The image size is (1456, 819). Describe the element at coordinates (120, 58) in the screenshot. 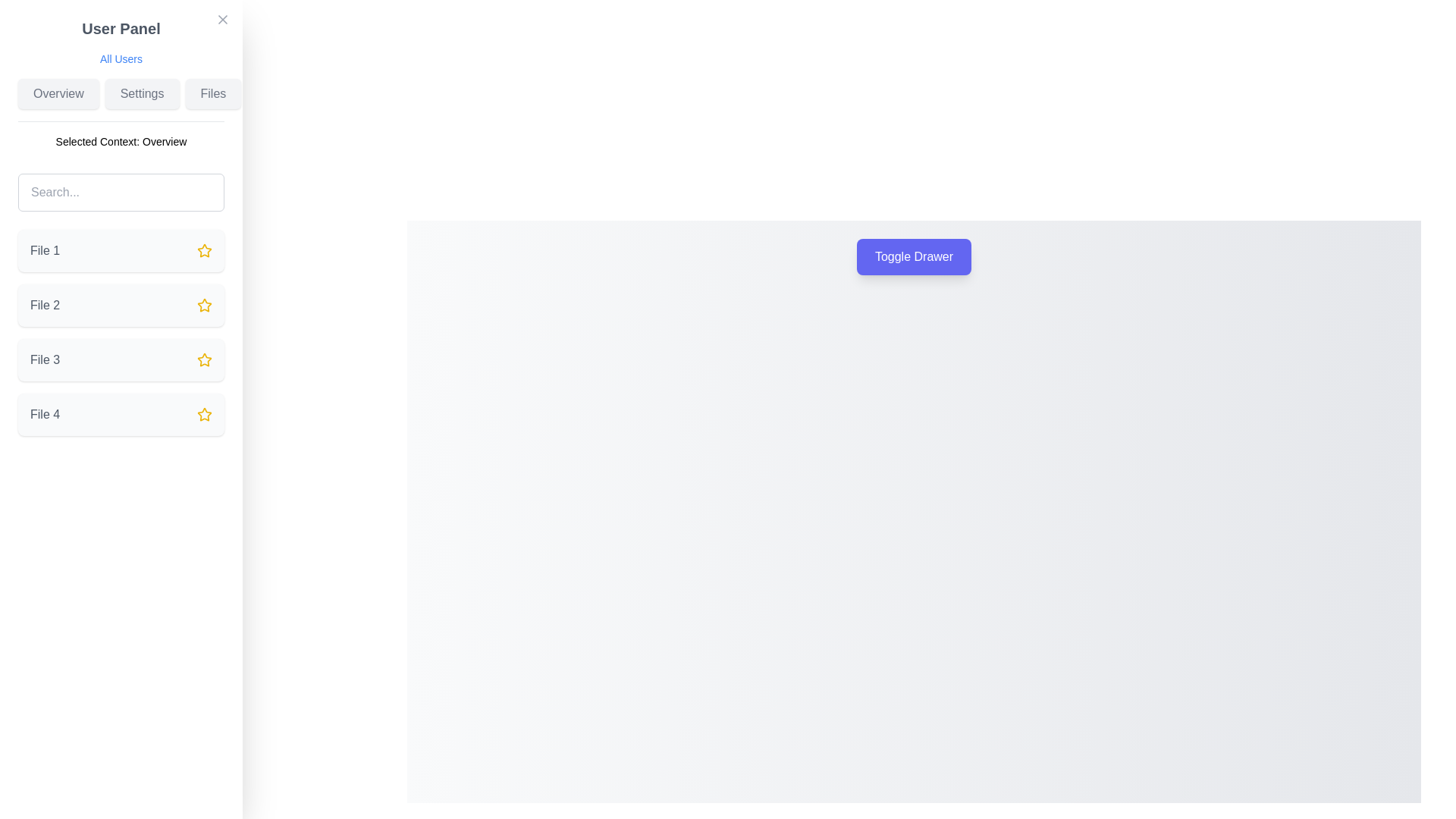

I see `the interactive label located below the 'User Panel' heading and above the 'Overview', 'Settings', 'Files' section to direct the user to the user list or summary` at that location.